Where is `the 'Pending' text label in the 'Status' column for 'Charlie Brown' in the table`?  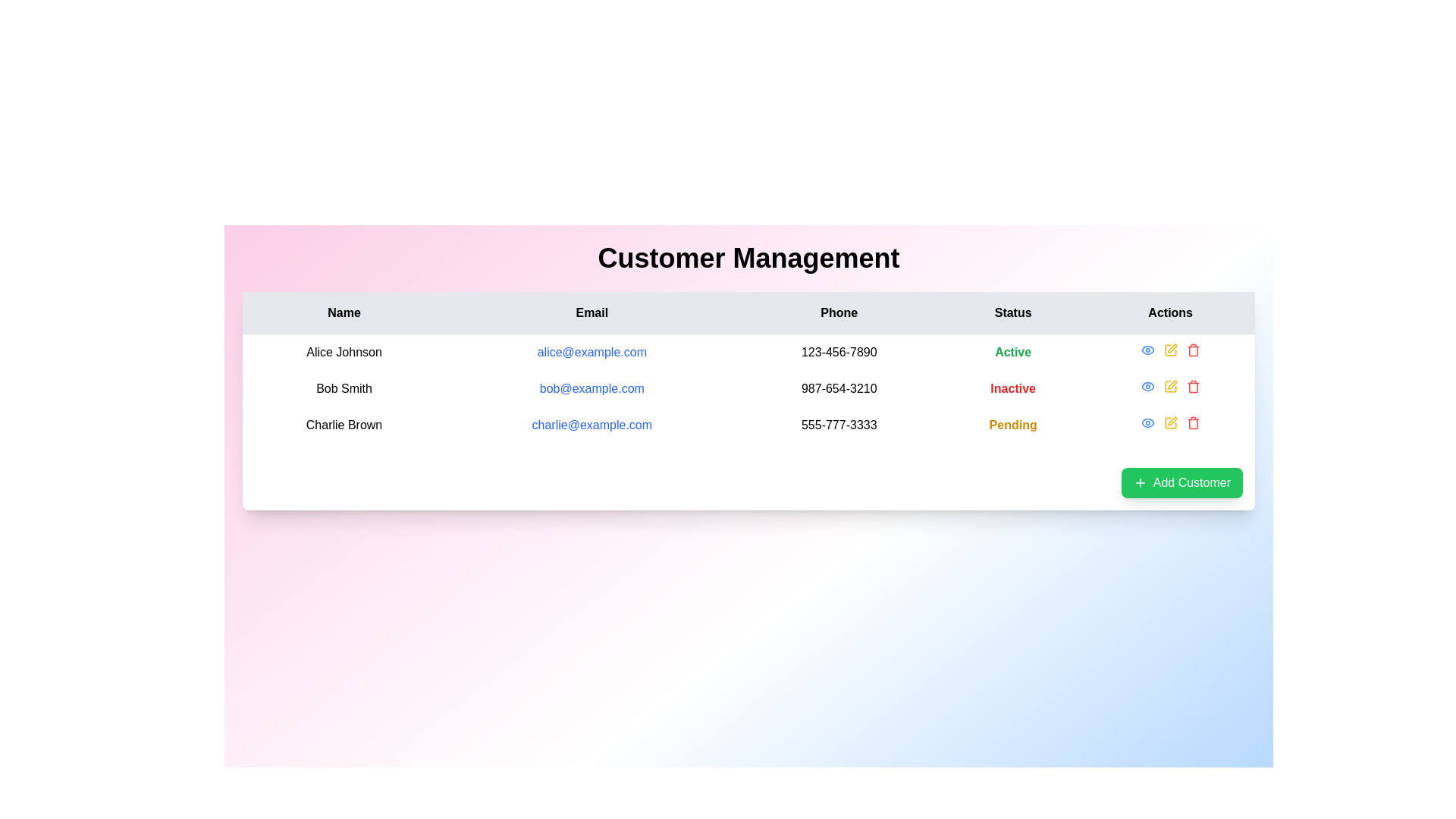
the 'Pending' text label in the 'Status' column for 'Charlie Brown' in the table is located at coordinates (1013, 425).